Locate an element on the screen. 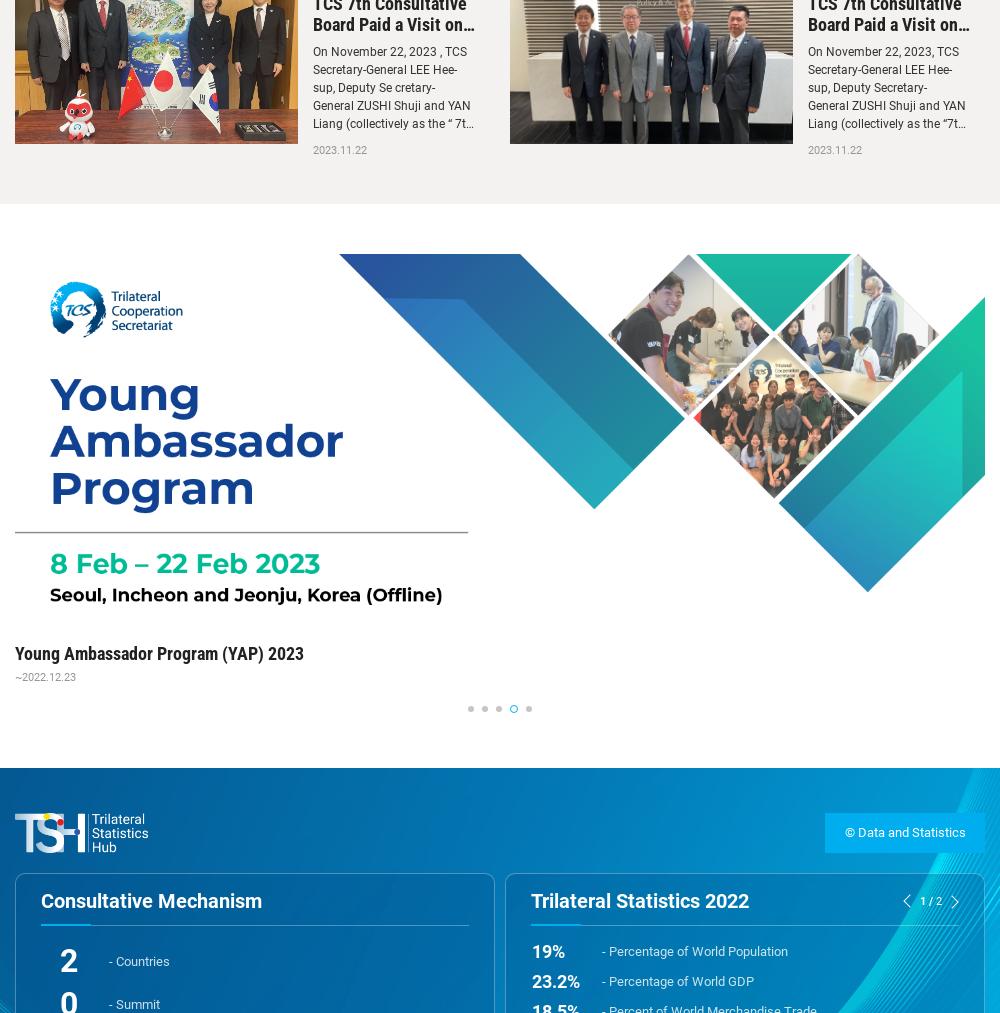 This screenshot has height=1013, width=1000. 'CJK Marathon 2022 Virtual Run' is located at coordinates (128, 652).